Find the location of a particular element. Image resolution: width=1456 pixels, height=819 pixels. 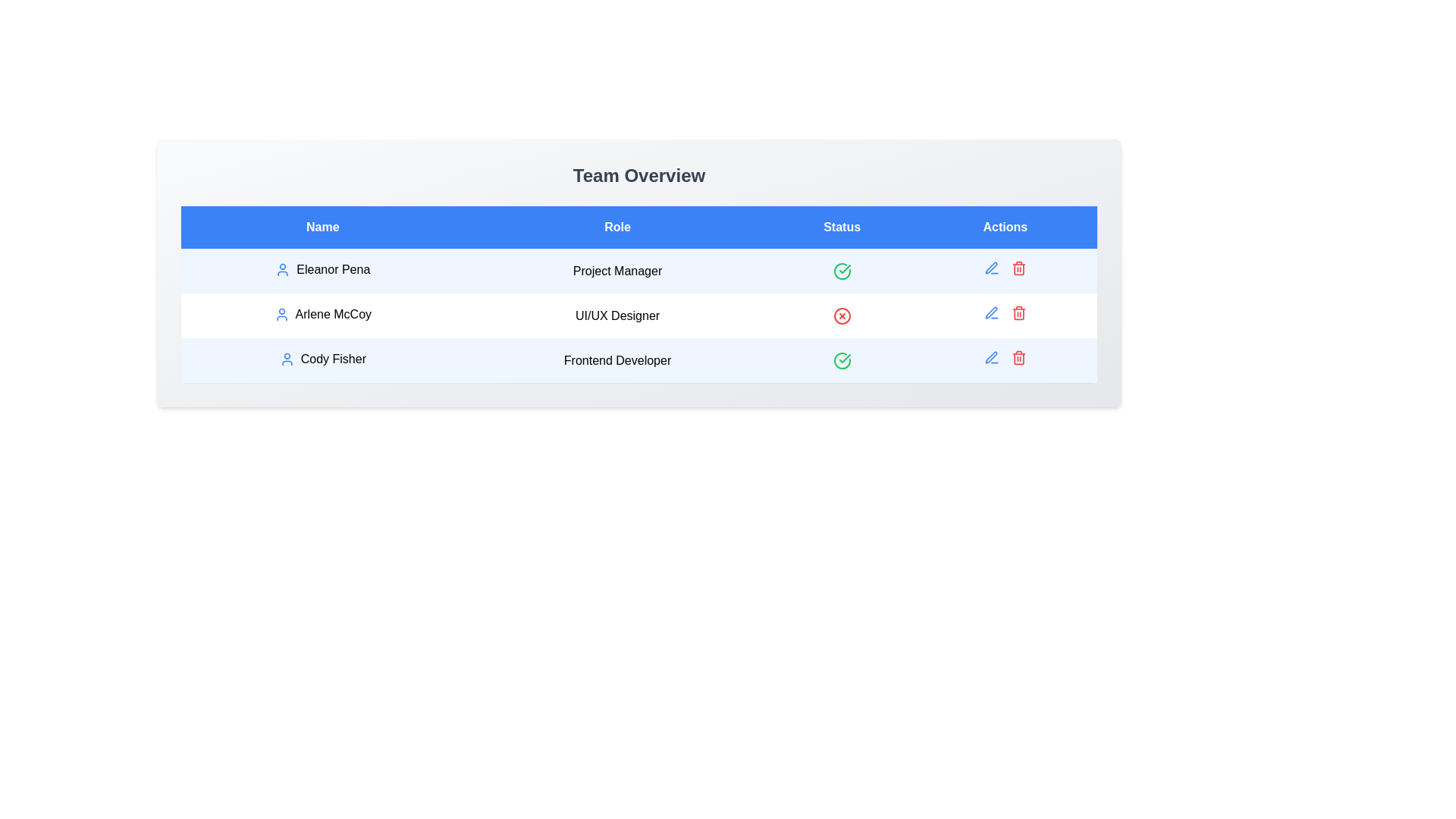

the second row in the 'Team Overview' table which contains 'Arlene McCoy' and 'UI/UX Designer' is located at coordinates (639, 315).